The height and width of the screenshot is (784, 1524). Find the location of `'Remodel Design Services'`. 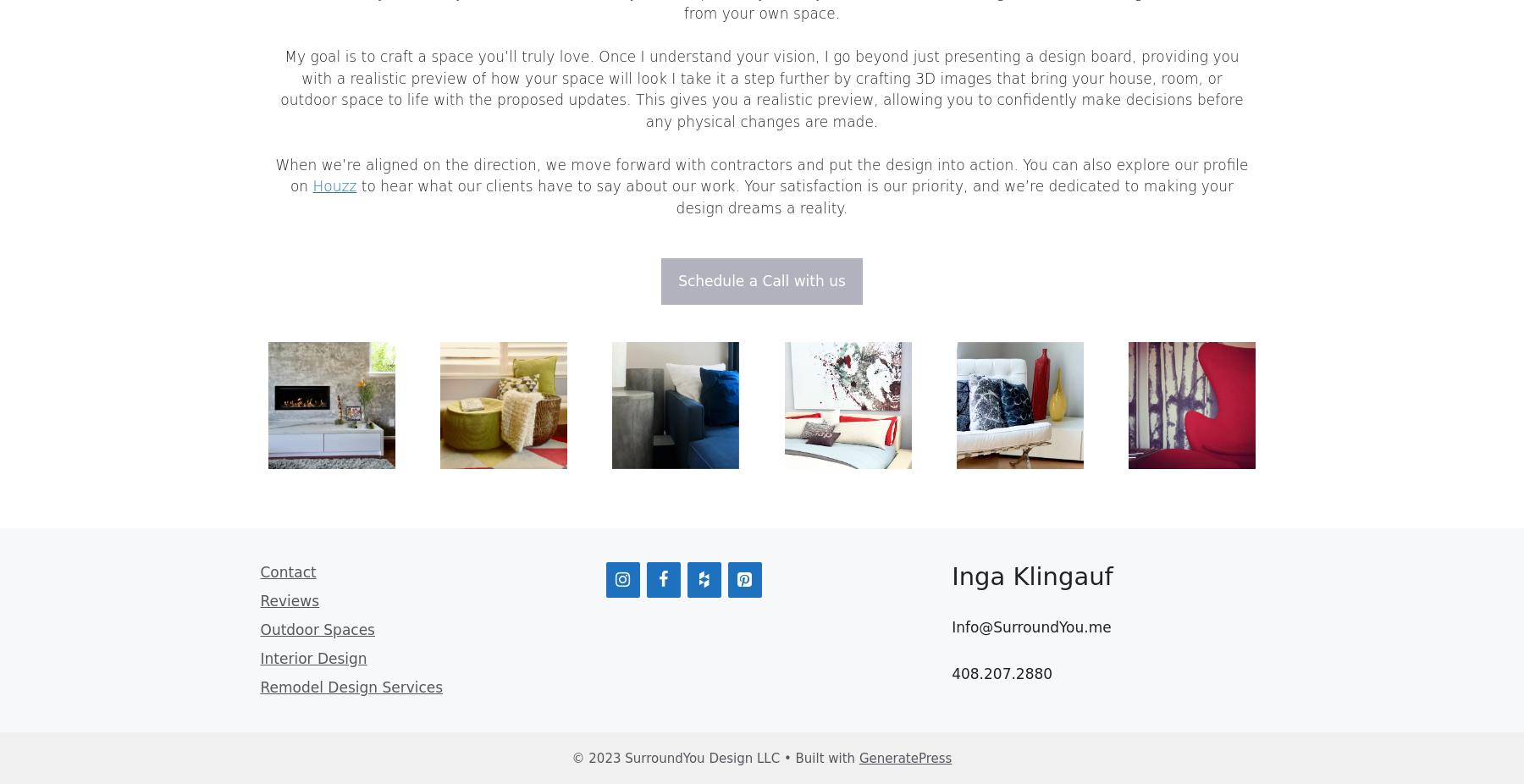

'Remodel Design Services' is located at coordinates (351, 686).